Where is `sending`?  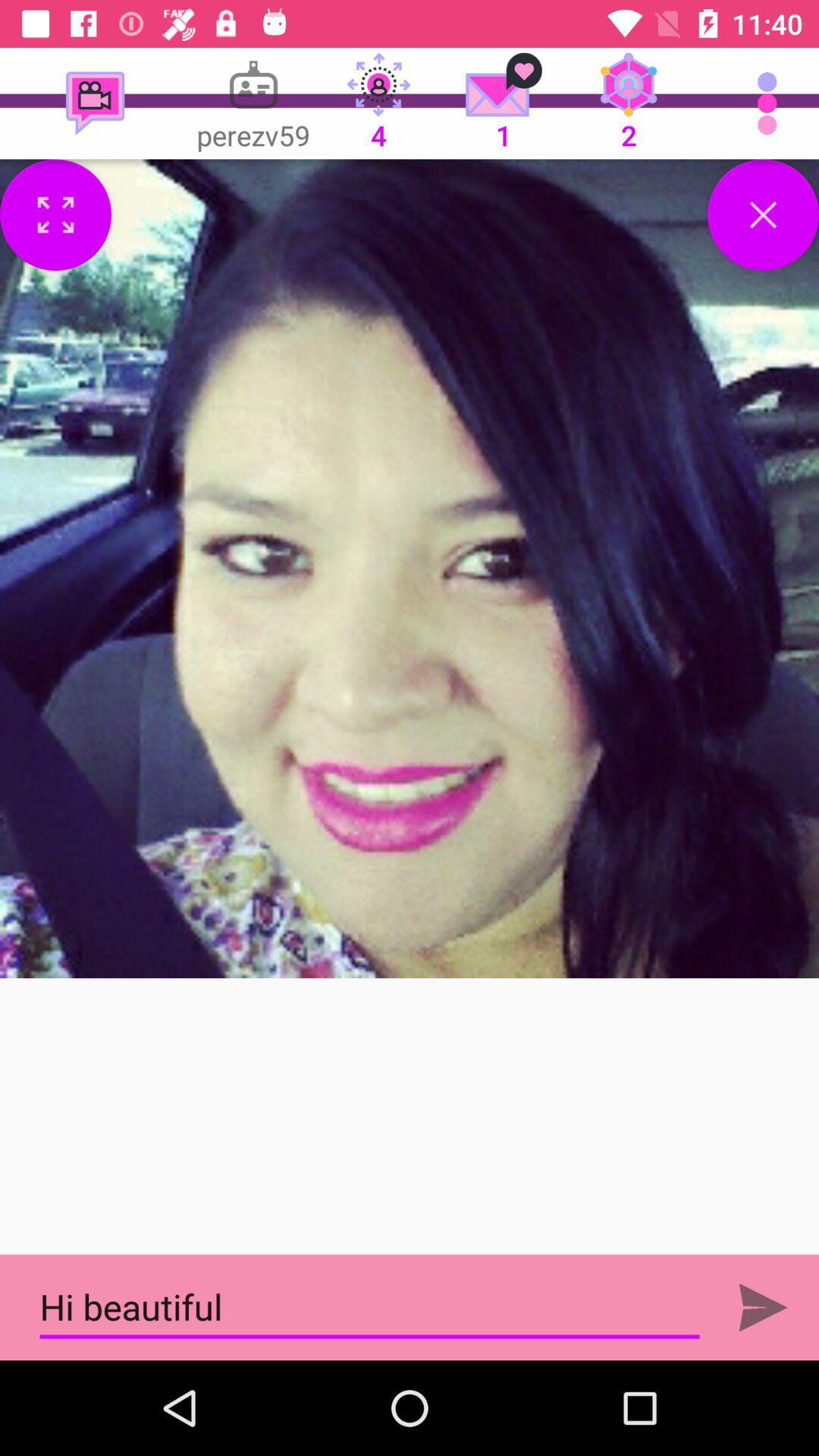
sending is located at coordinates (763, 1307).